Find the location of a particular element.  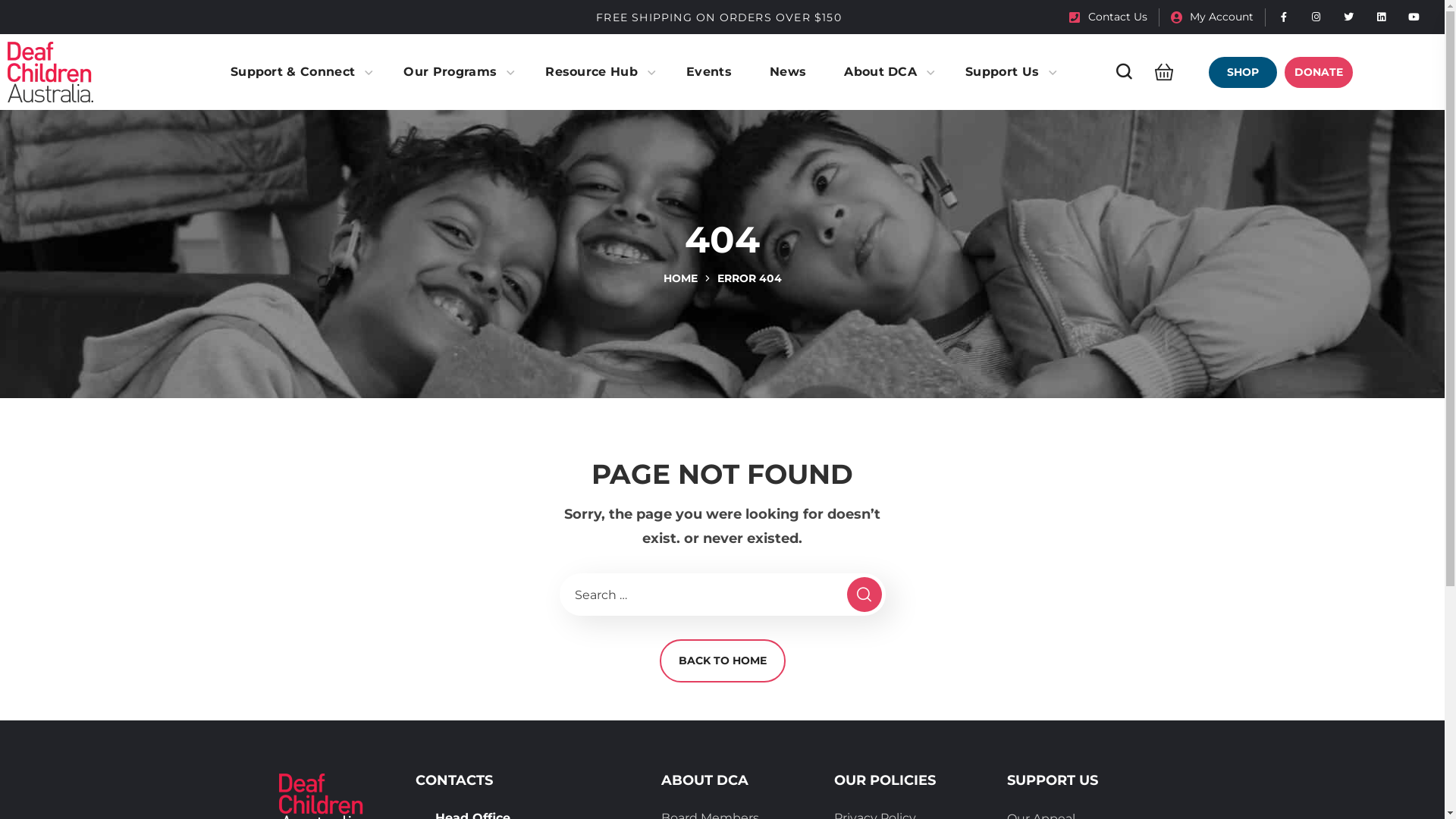

'Instagram' is located at coordinates (1301, 17).